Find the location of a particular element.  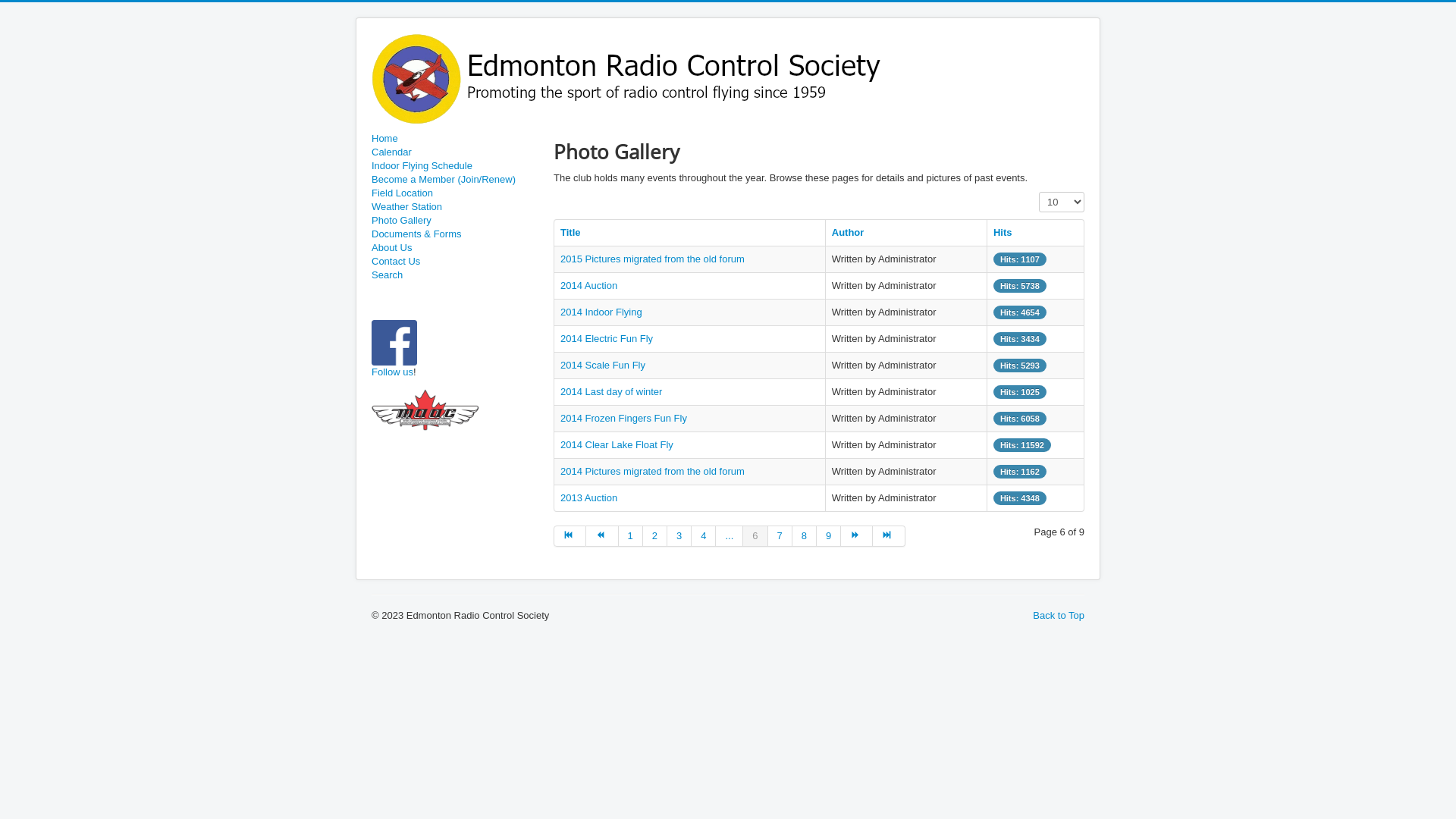

'Indoor Flying Schedule' is located at coordinates (454, 166).